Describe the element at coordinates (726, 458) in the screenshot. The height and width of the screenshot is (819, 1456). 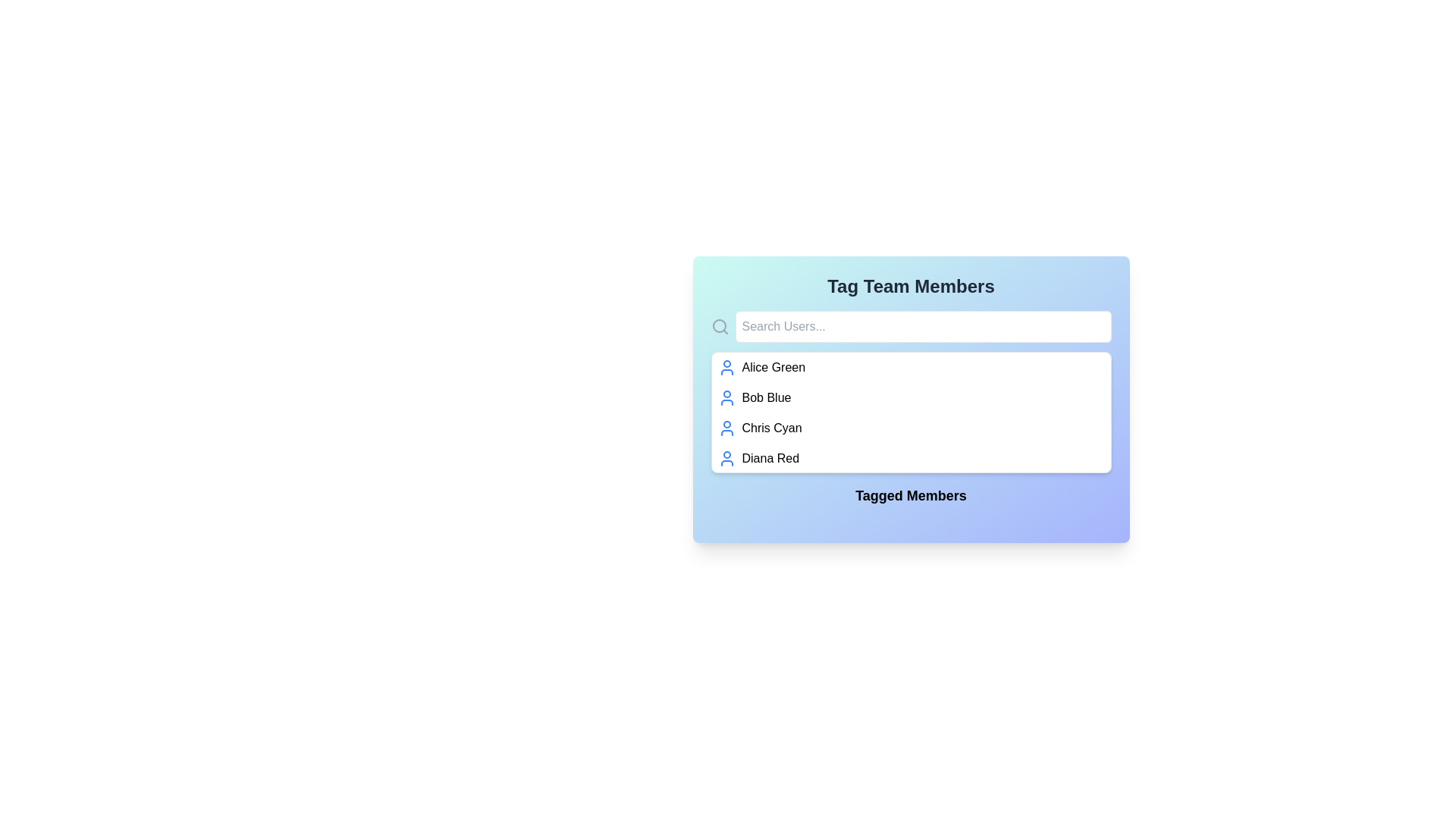
I see `the decorative user identification icon for 'Diana Red', which is the leftmost component in the user list row` at that location.